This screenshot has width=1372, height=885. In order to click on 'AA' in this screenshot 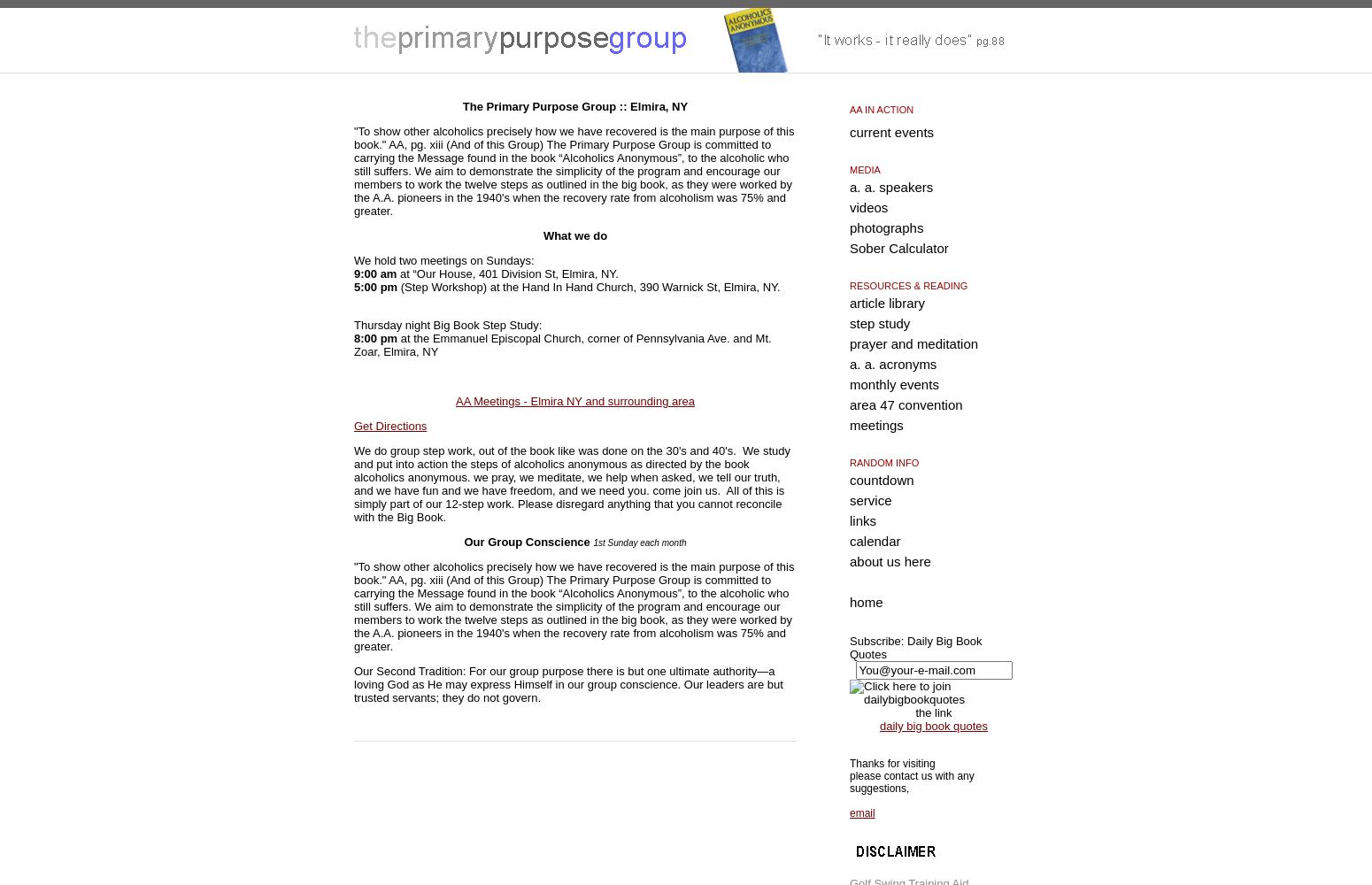, I will do `click(463, 400)`.